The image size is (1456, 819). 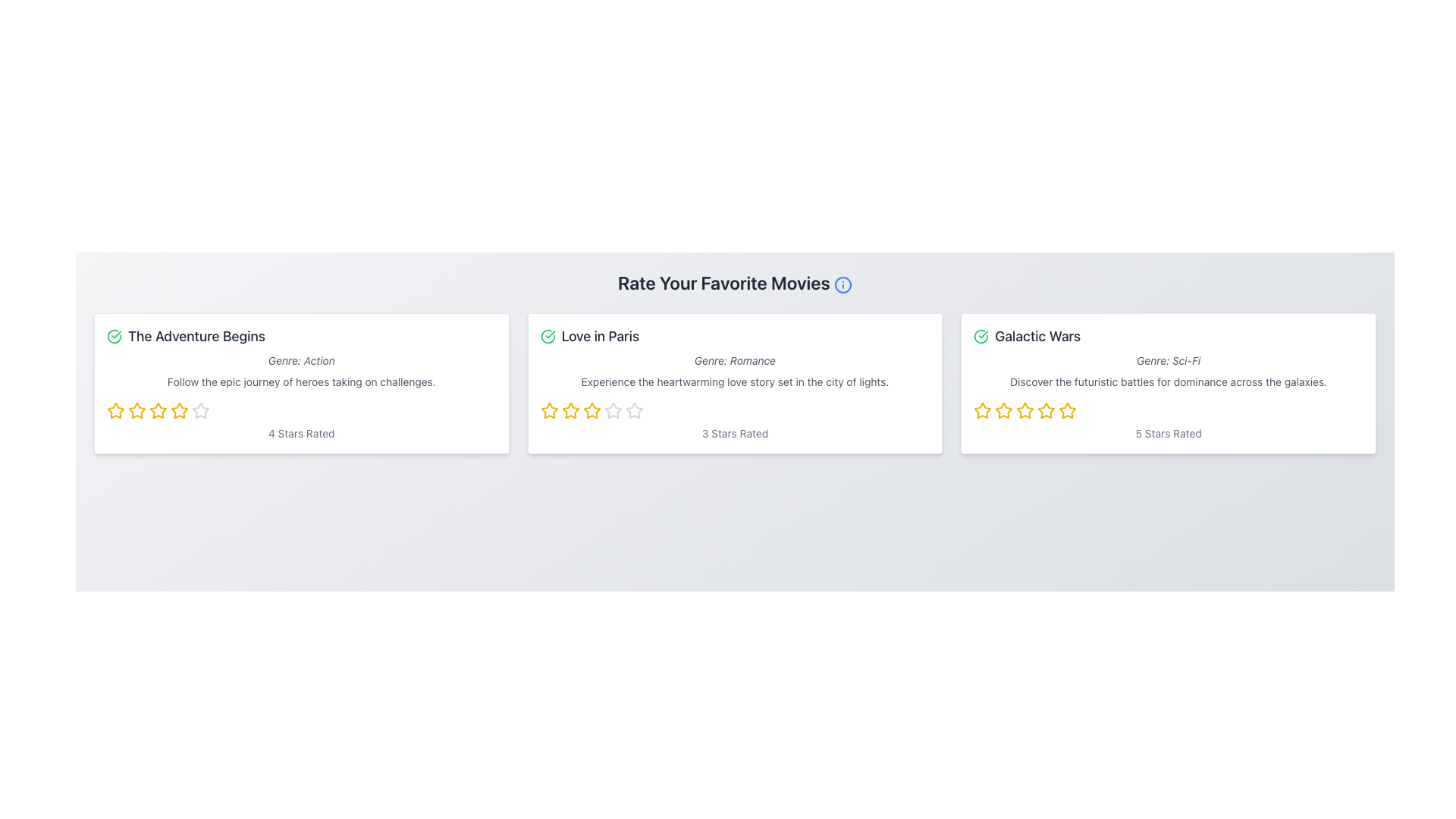 I want to click on the first interactive star icon in the rating bar for the movie 'Galactic Wars', so click(x=983, y=411).